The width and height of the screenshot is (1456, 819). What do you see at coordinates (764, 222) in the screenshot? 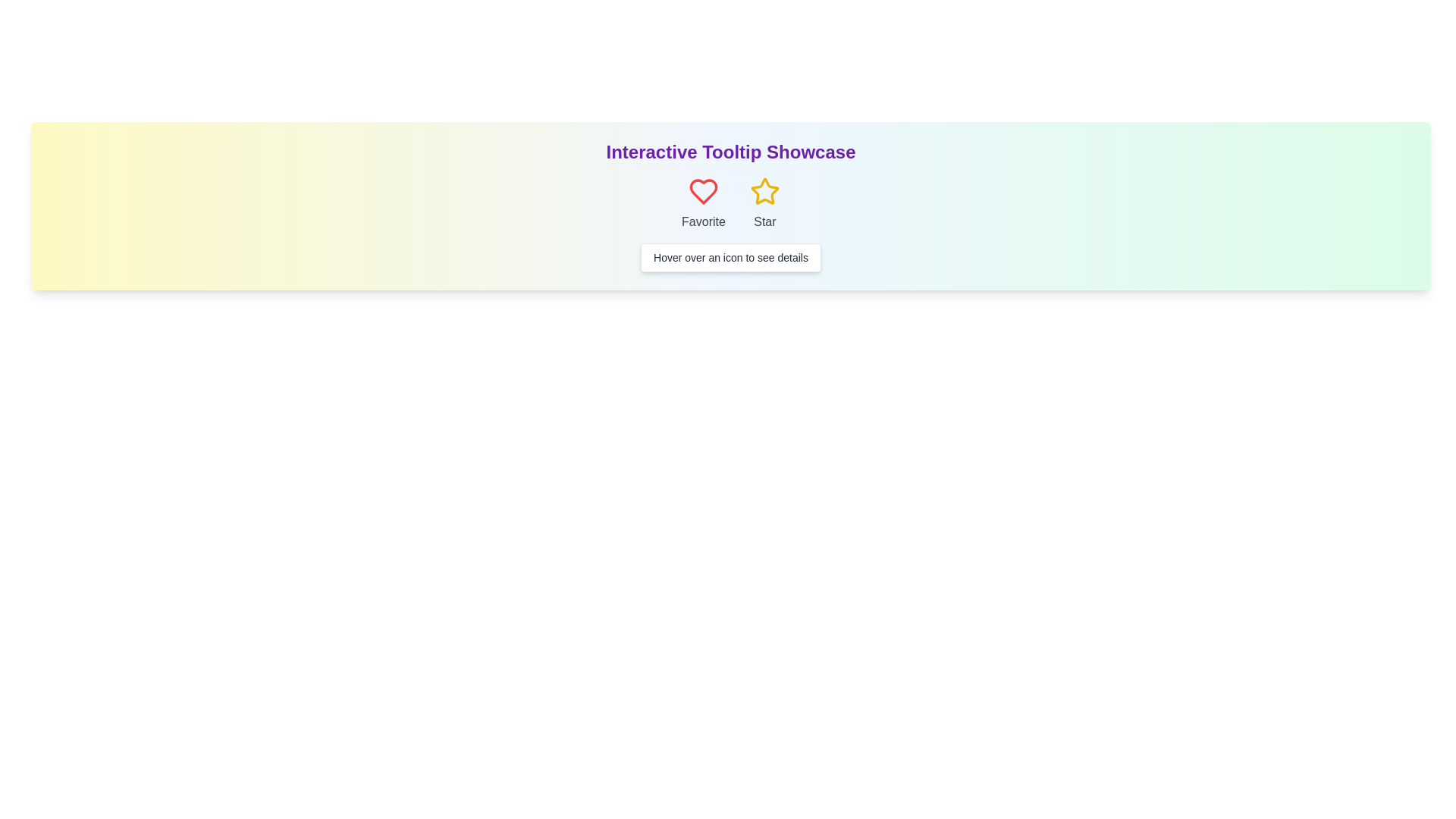
I see `the 'Star' text label located beneath the yellow star icon, which is styled in gray color and centered under the icon` at bounding box center [764, 222].